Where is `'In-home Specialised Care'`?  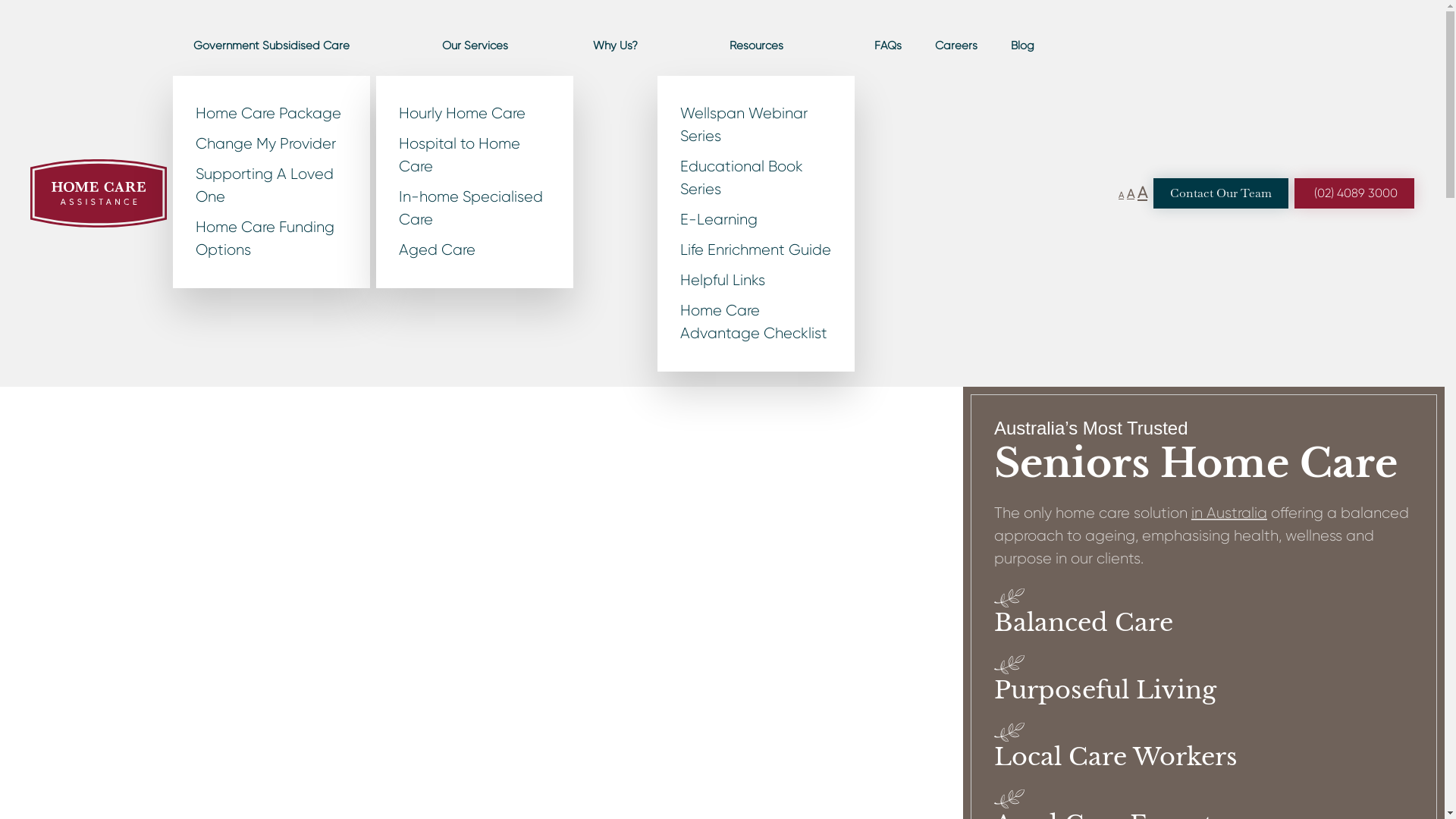 'In-home Specialised Care' is located at coordinates (473, 208).